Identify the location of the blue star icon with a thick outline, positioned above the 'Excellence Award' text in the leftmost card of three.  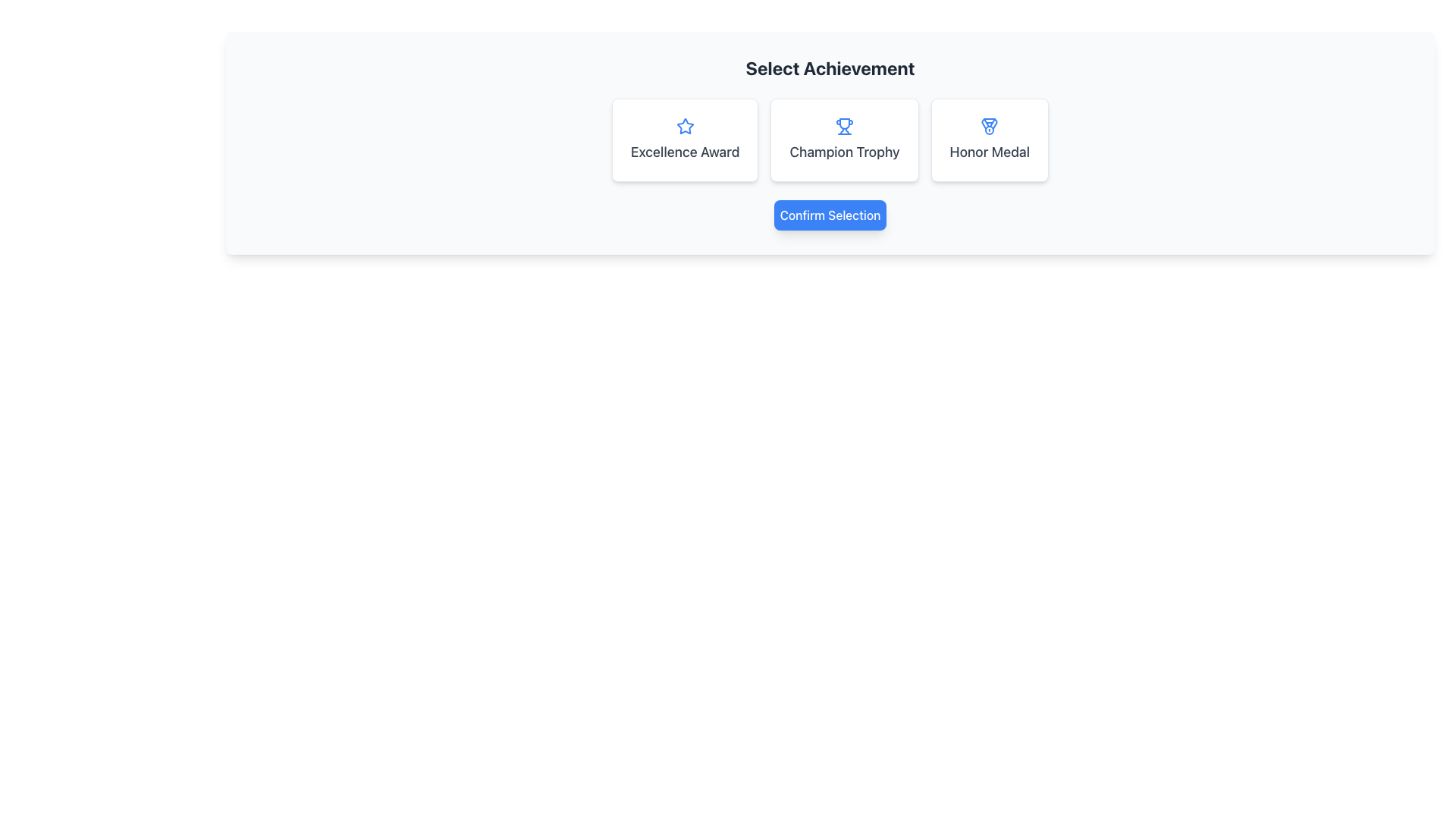
(684, 125).